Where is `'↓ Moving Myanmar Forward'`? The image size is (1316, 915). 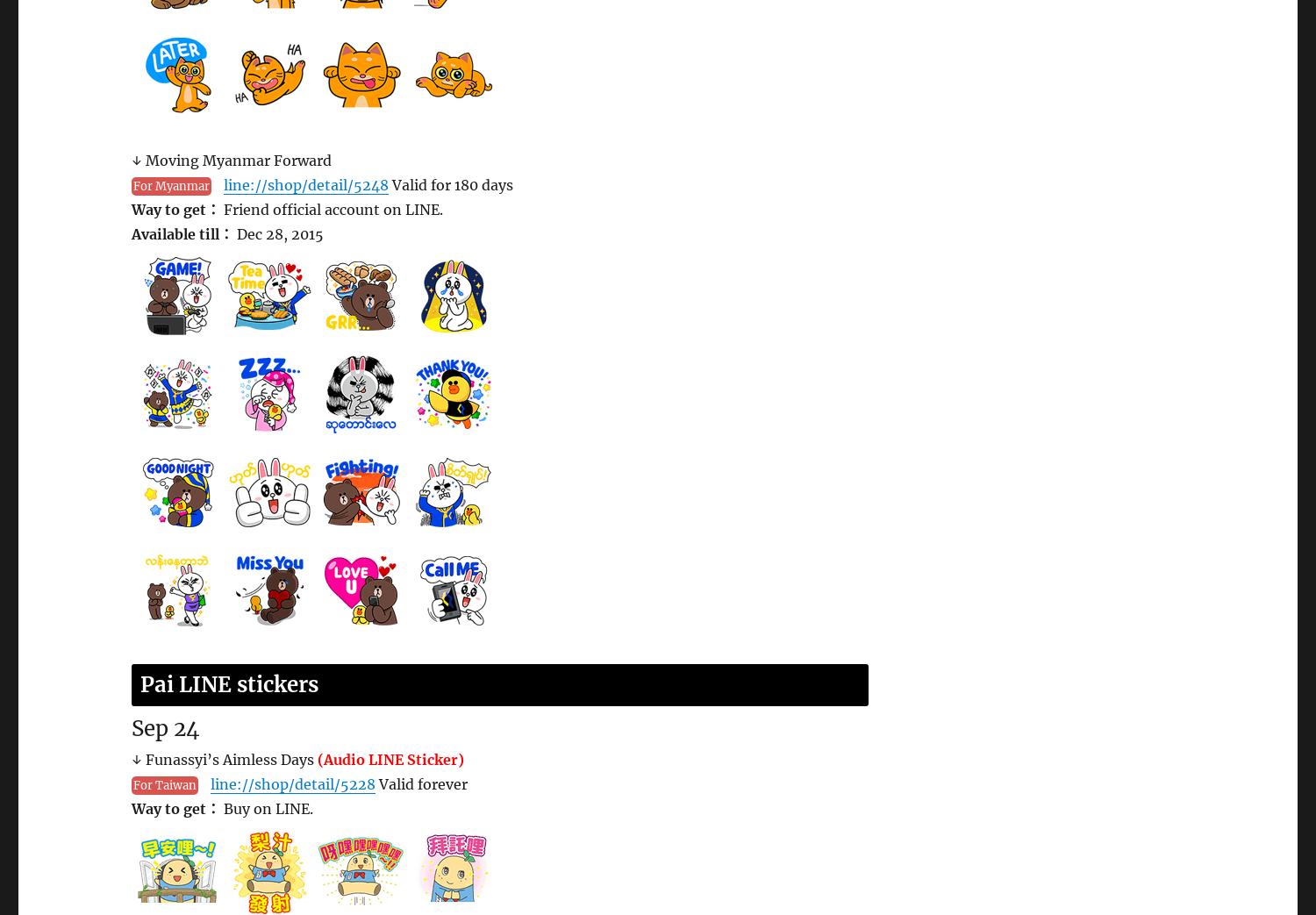
'↓ Moving Myanmar Forward' is located at coordinates (232, 160).